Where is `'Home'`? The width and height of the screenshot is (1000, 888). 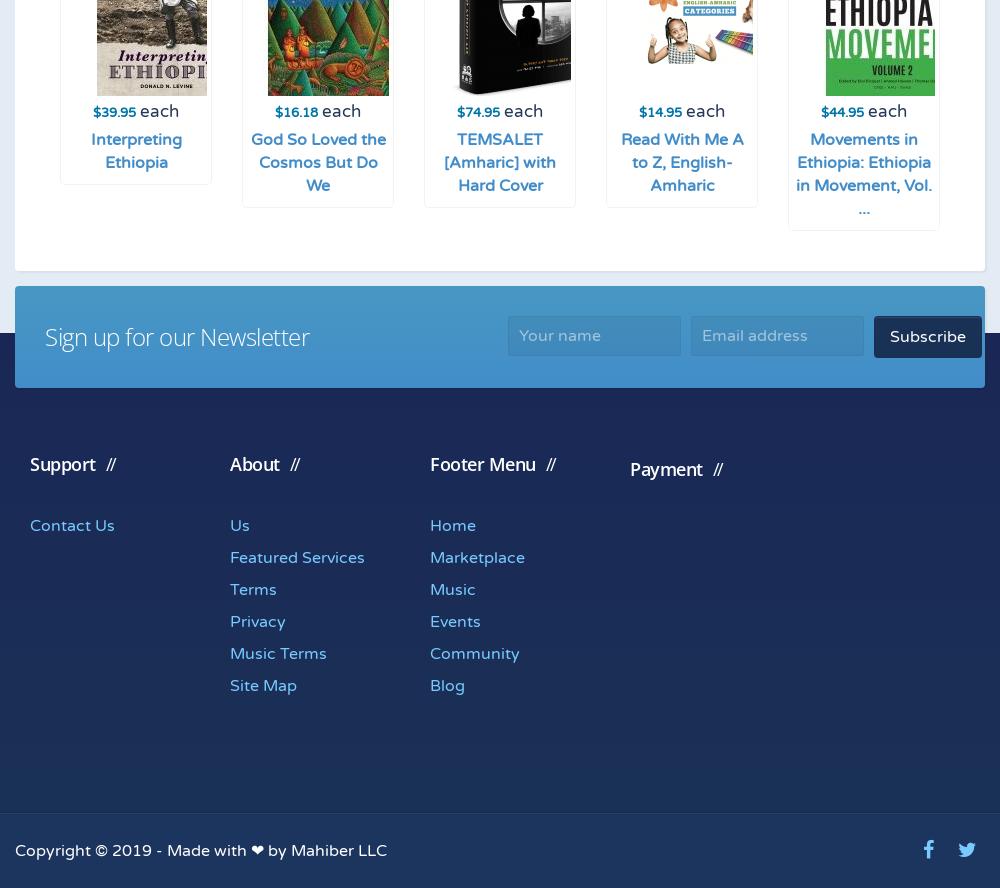 'Home' is located at coordinates (452, 524).